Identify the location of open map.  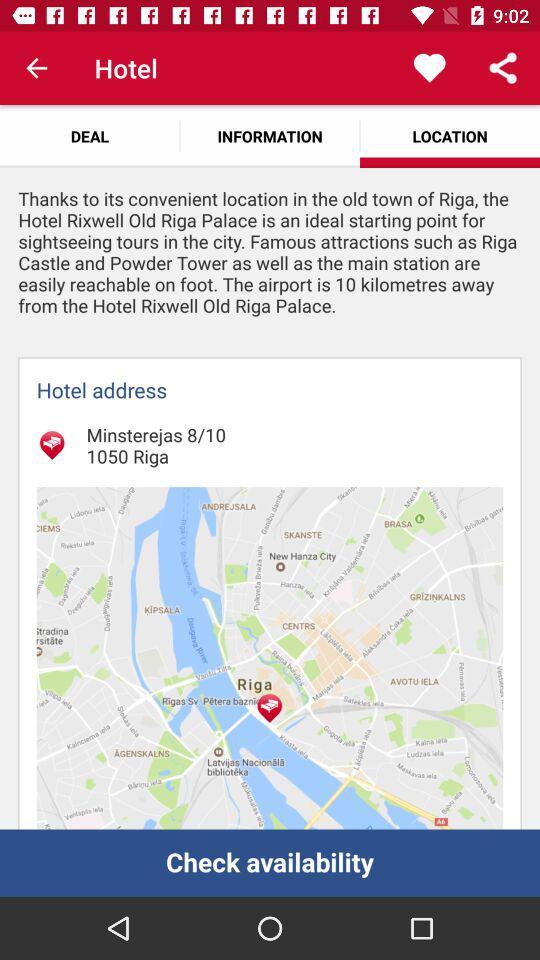
(270, 657).